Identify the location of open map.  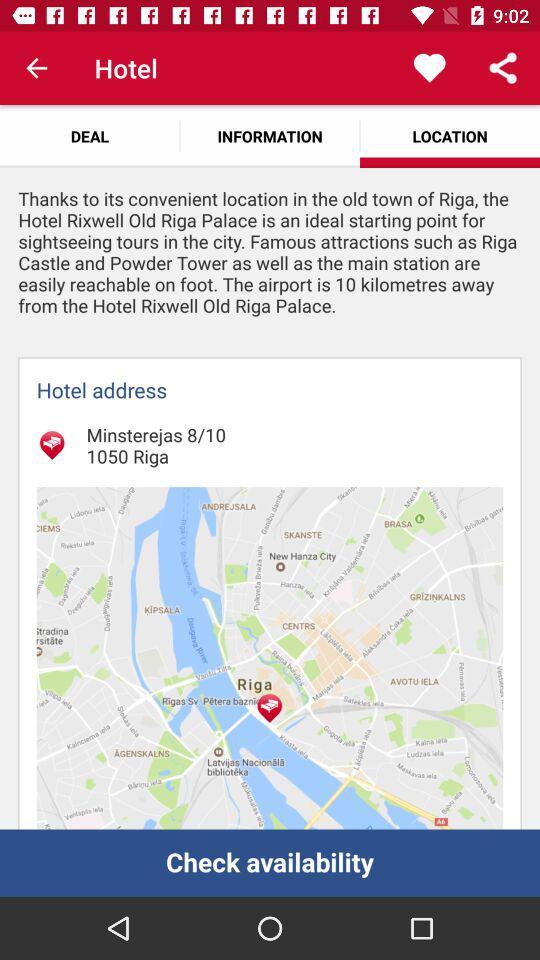
(270, 657).